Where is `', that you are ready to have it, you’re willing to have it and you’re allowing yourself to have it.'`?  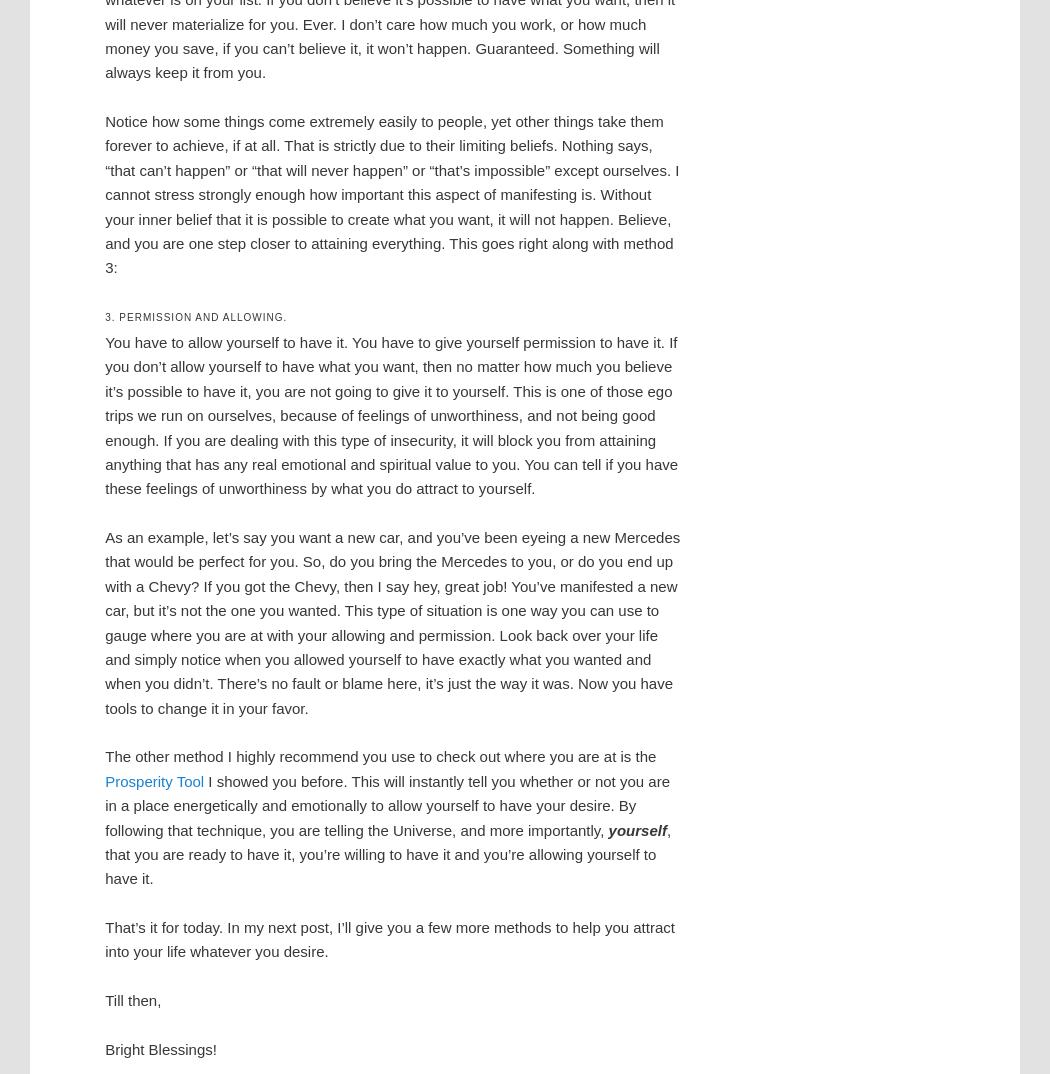
', that you are ready to have it, you’re willing to have it and you’re allowing yourself to have it.' is located at coordinates (387, 854).